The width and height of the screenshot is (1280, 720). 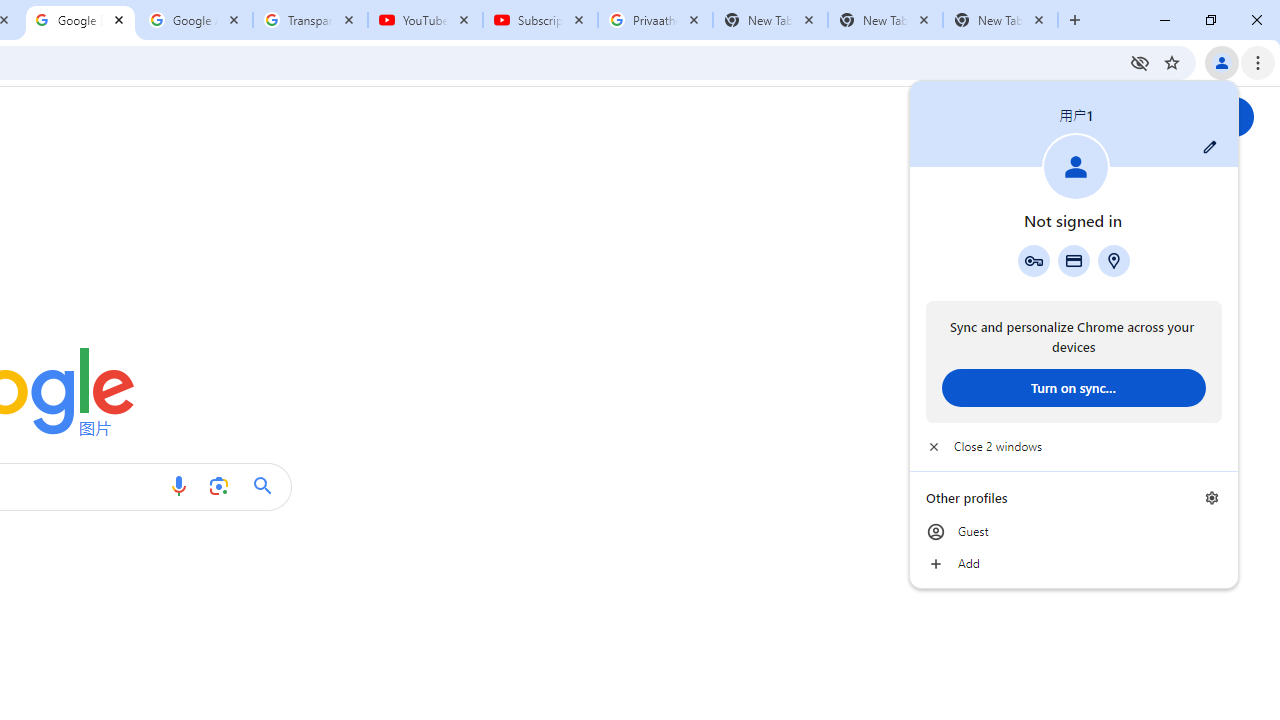 What do you see at coordinates (1072, 446) in the screenshot?
I see `'Close 2 windows'` at bounding box center [1072, 446].